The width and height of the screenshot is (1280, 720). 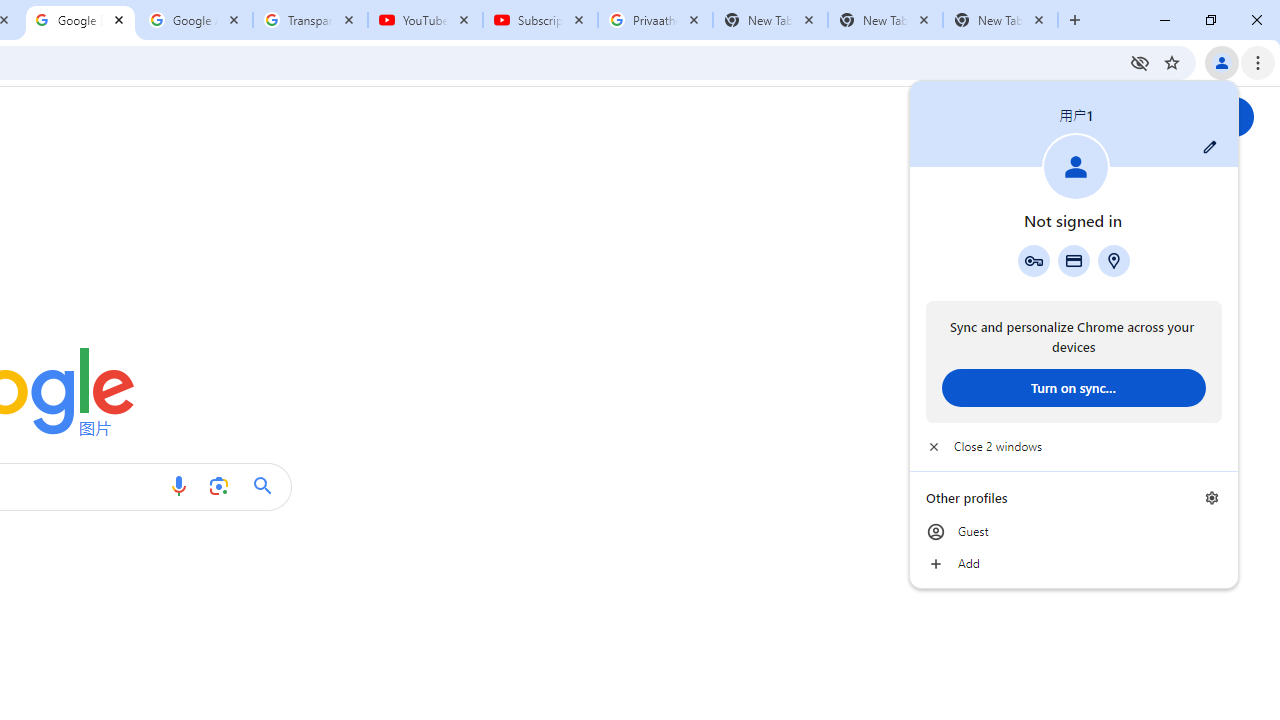 What do you see at coordinates (1072, 446) in the screenshot?
I see `'Close 2 windows'` at bounding box center [1072, 446].